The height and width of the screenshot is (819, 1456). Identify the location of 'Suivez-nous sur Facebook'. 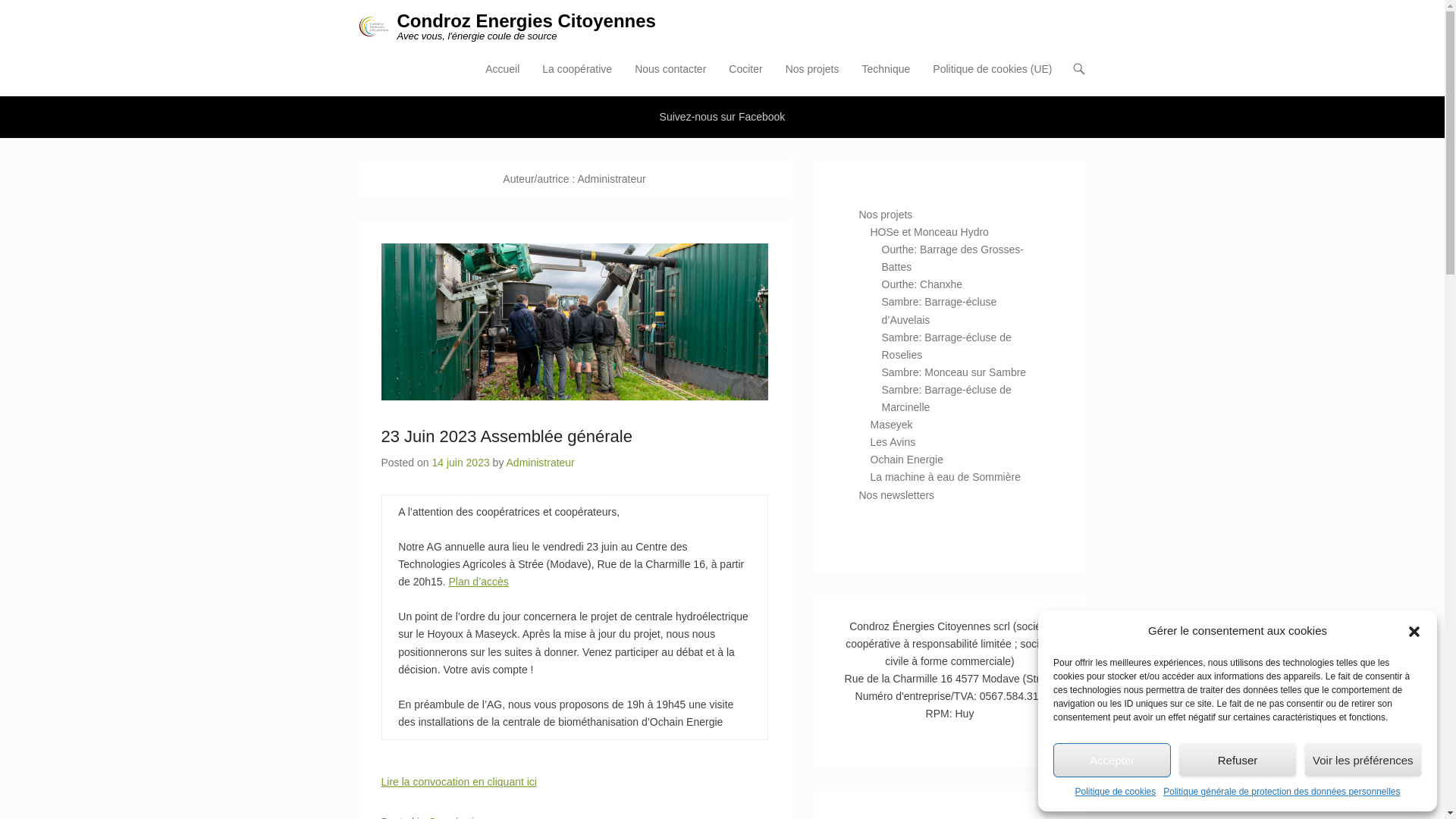
(722, 116).